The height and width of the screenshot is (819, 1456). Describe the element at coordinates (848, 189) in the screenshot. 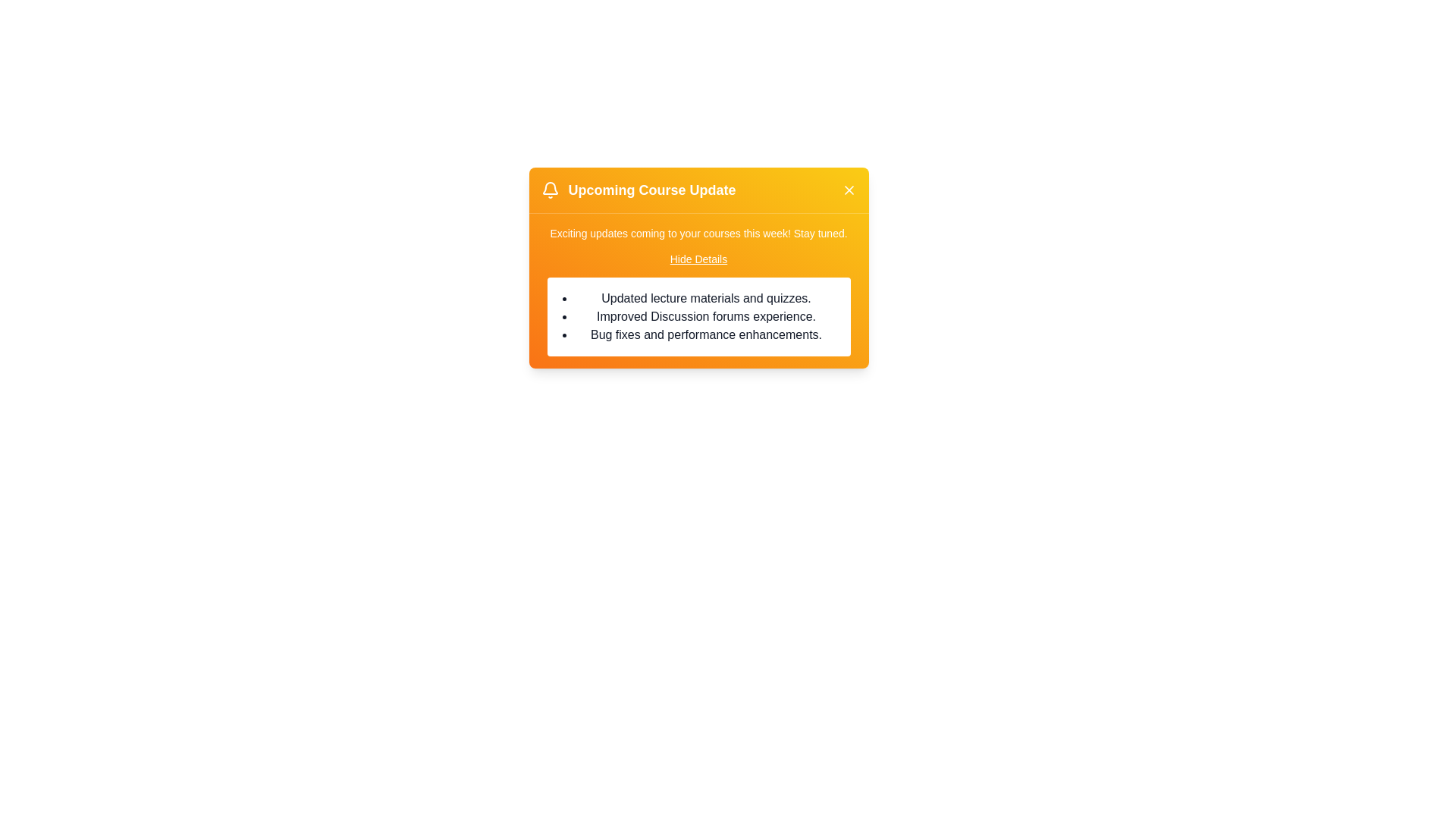

I see `the close button to dismiss the alert` at that location.